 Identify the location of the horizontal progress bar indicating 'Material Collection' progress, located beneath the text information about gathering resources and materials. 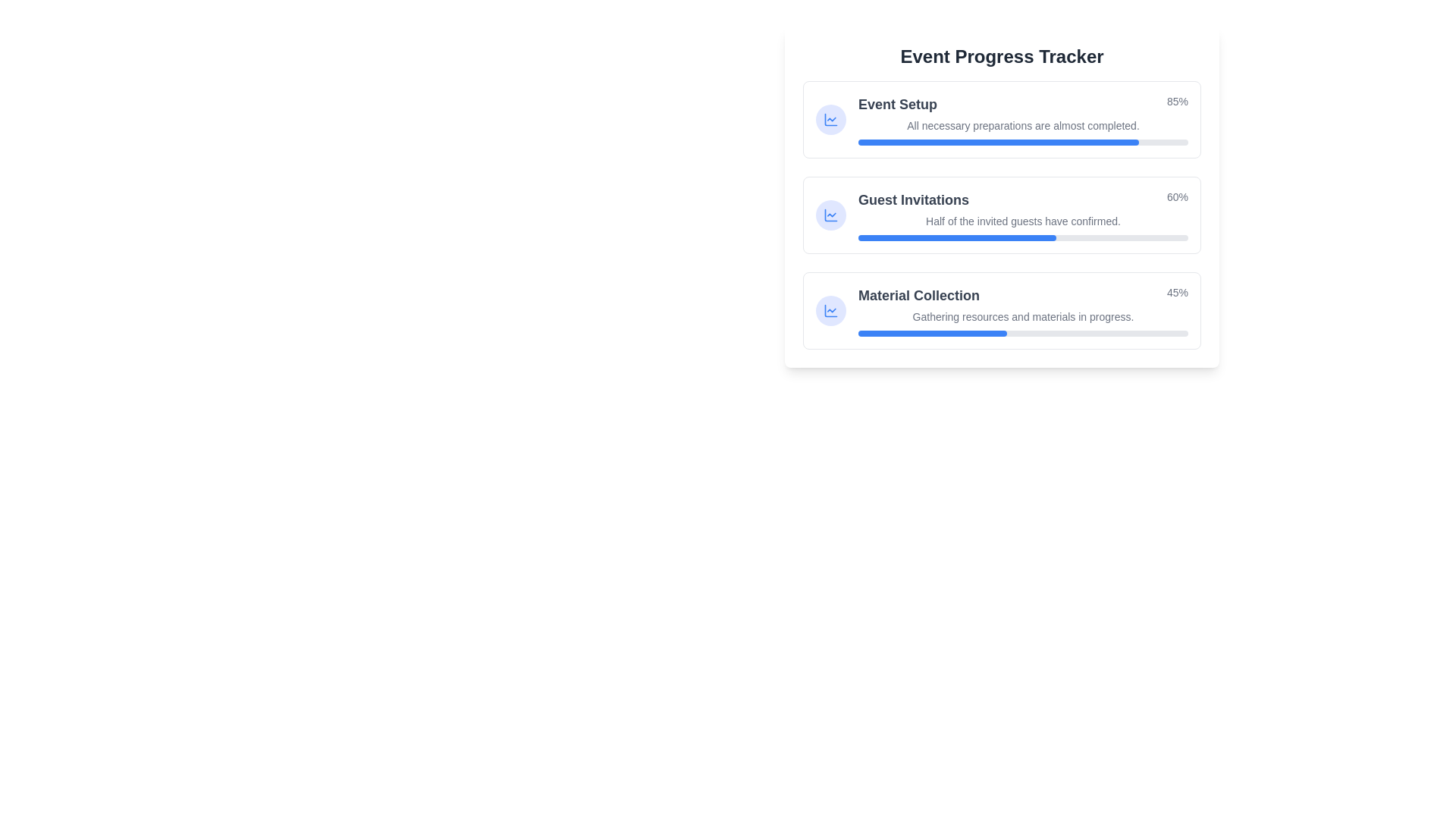
(1023, 332).